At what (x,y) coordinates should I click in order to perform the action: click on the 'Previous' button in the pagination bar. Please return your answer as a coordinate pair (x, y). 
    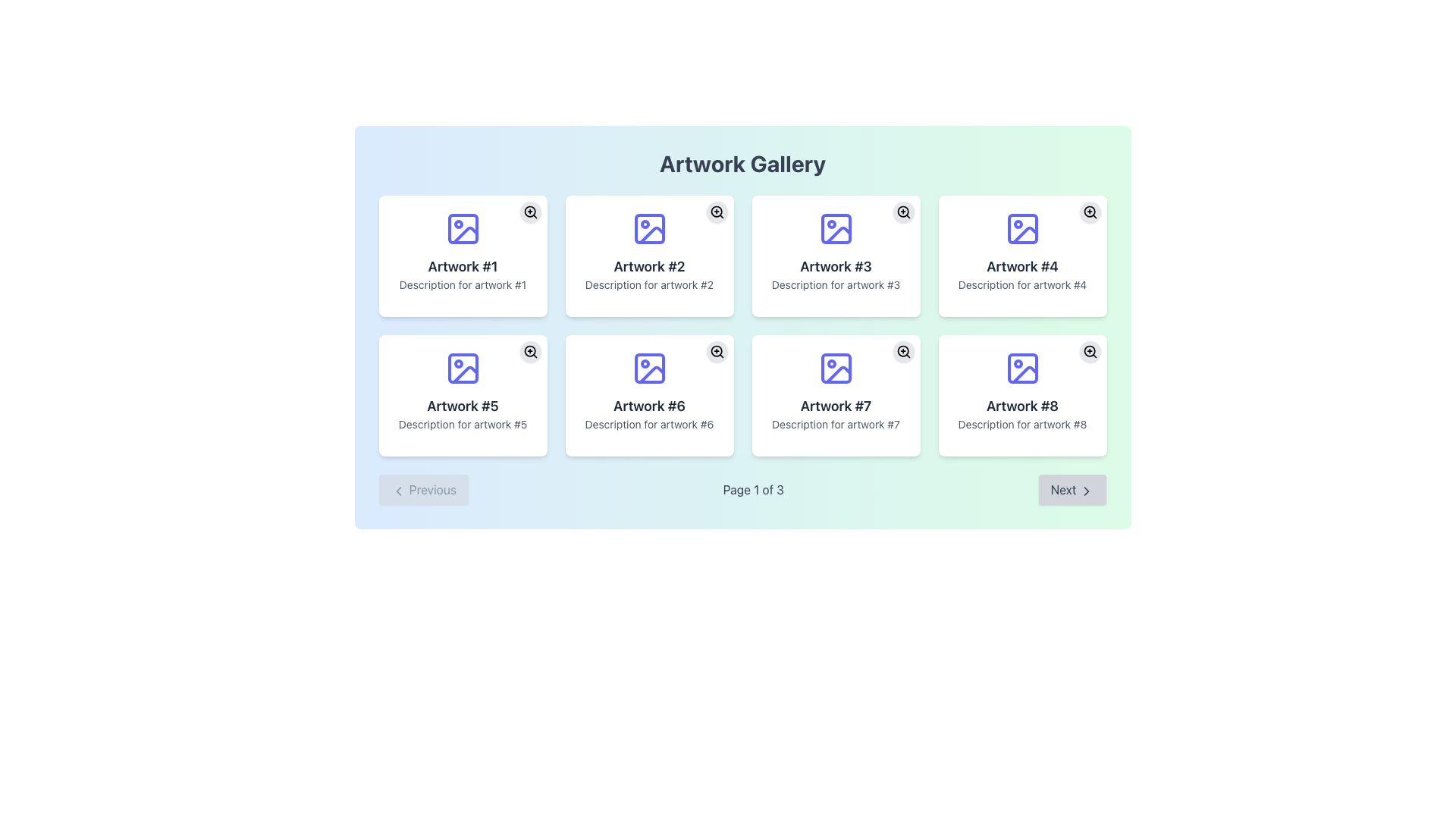
    Looking at the image, I should click on (422, 489).